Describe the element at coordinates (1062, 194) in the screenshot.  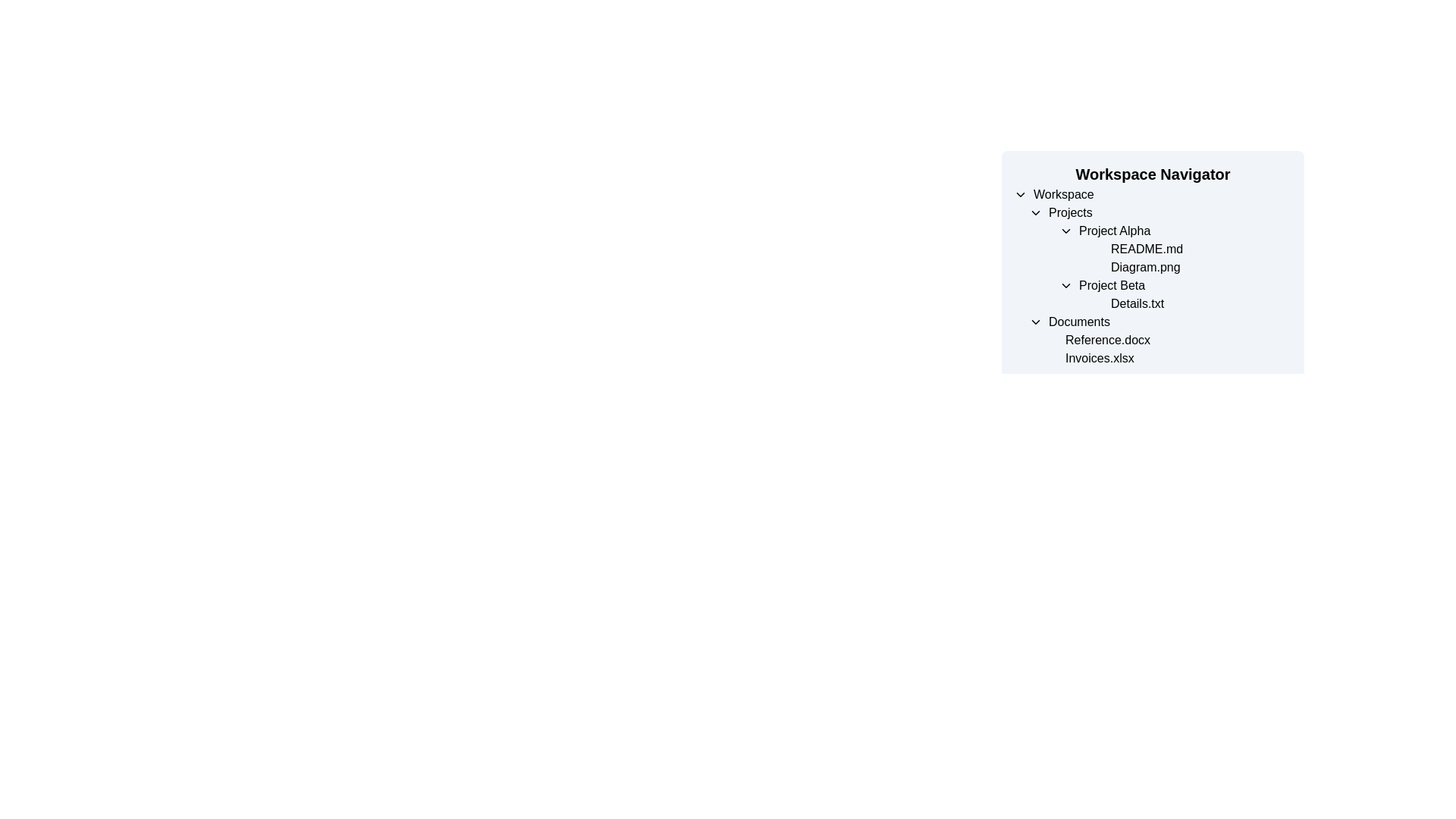
I see `the text label 'Workspace' in the hierarchical navigation menu 'Workspace Navigator'` at that location.